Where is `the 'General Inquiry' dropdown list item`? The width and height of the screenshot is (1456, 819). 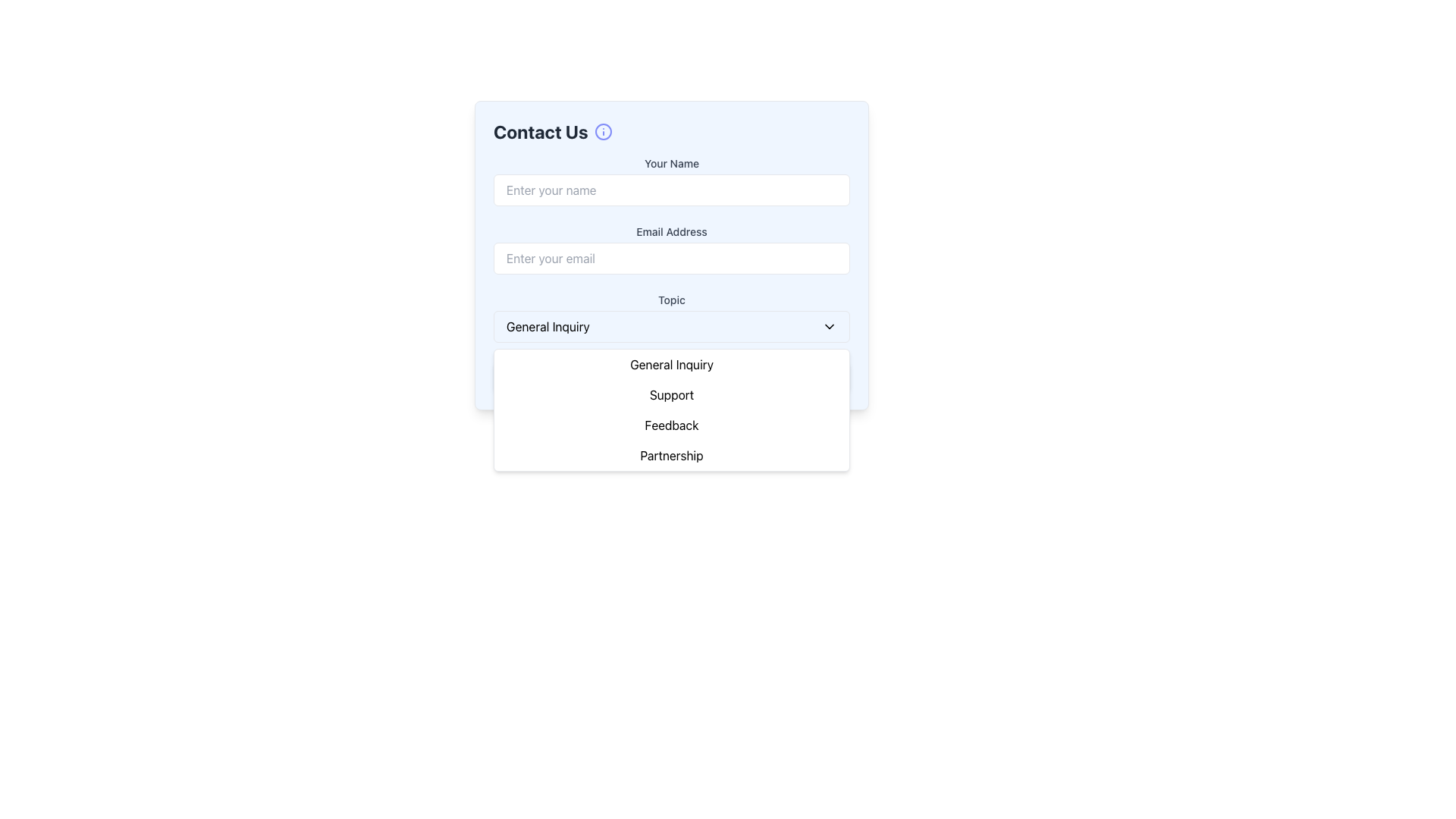 the 'General Inquiry' dropdown list item is located at coordinates (671, 365).